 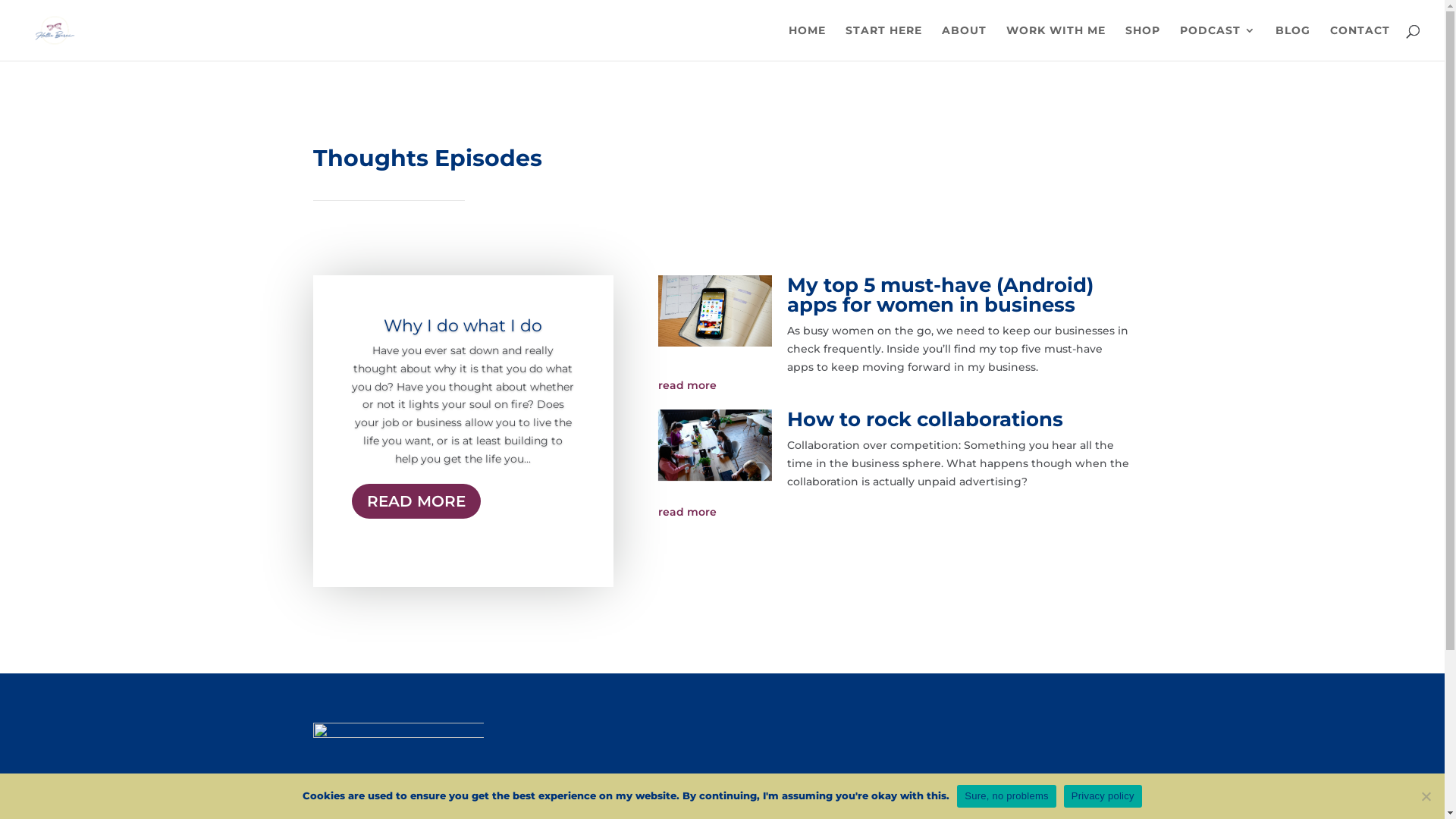 What do you see at coordinates (416, 500) in the screenshot?
I see `'READ MORE'` at bounding box center [416, 500].